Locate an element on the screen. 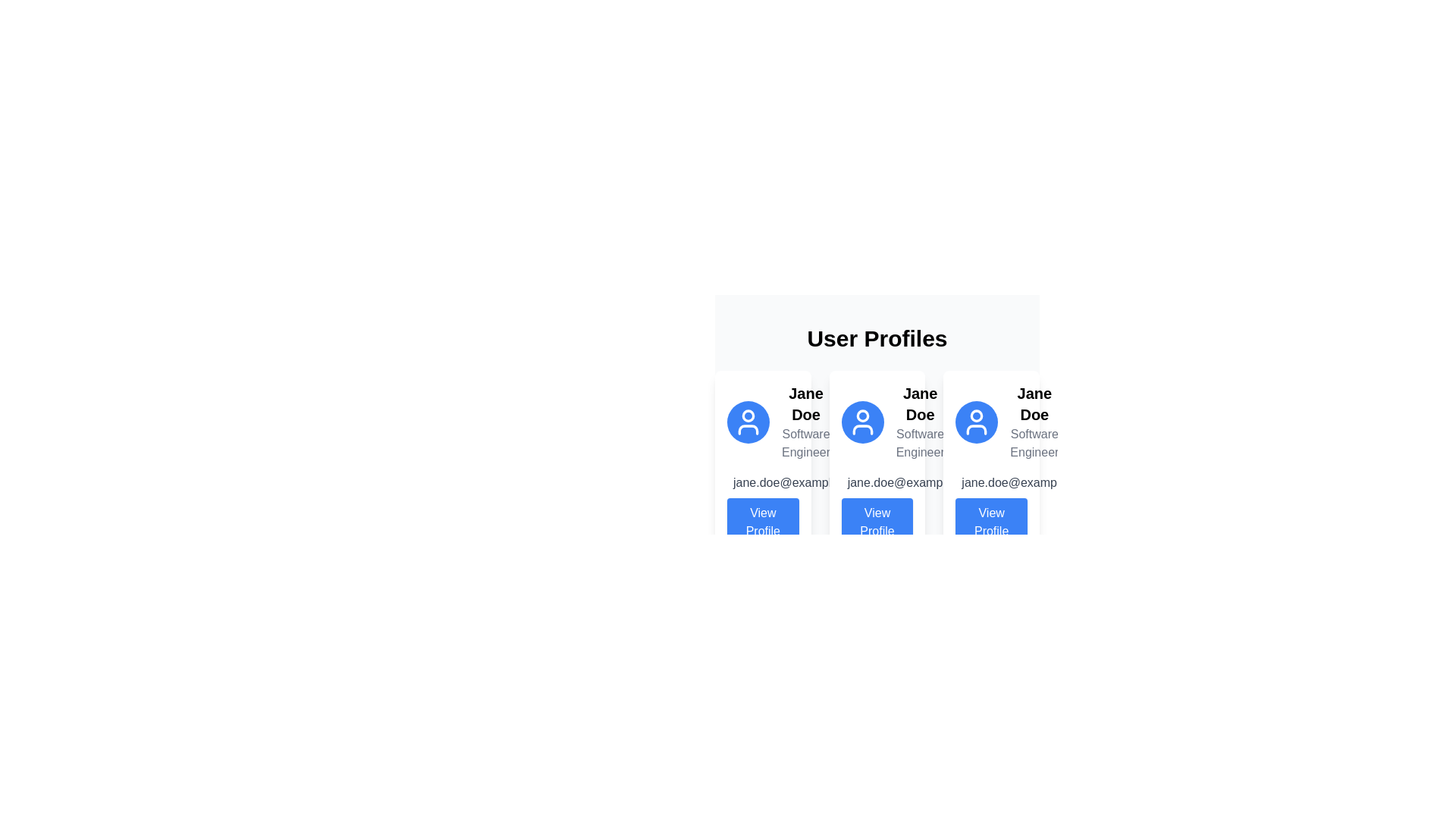  the button located at the bottom of the user profile card, directly below the email address 'jane.doe@example.com' is located at coordinates (763, 522).